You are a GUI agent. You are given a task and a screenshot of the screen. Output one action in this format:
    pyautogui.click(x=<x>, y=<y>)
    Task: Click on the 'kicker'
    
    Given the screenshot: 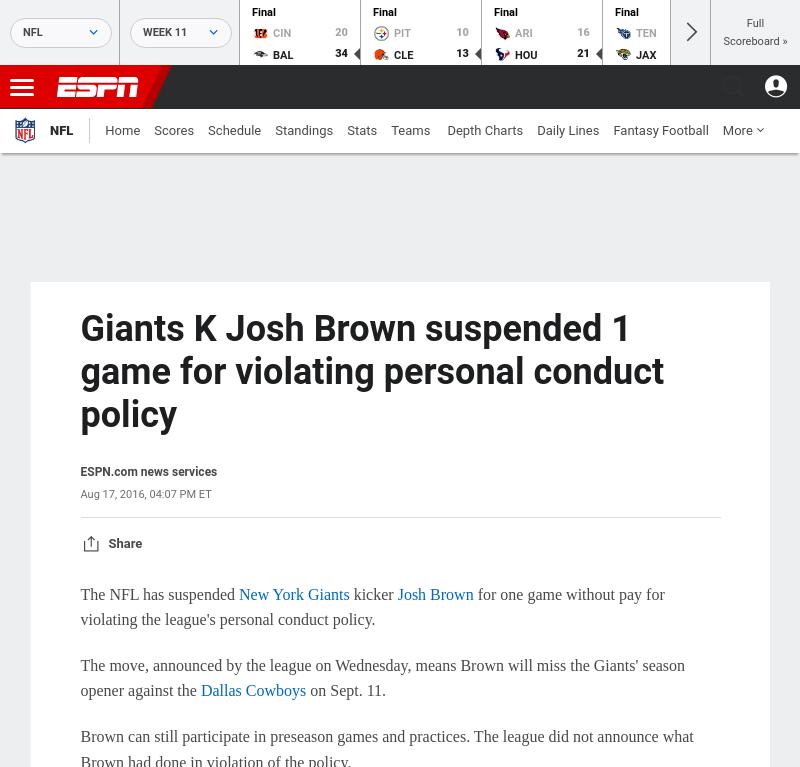 What is the action you would take?
    pyautogui.click(x=372, y=592)
    